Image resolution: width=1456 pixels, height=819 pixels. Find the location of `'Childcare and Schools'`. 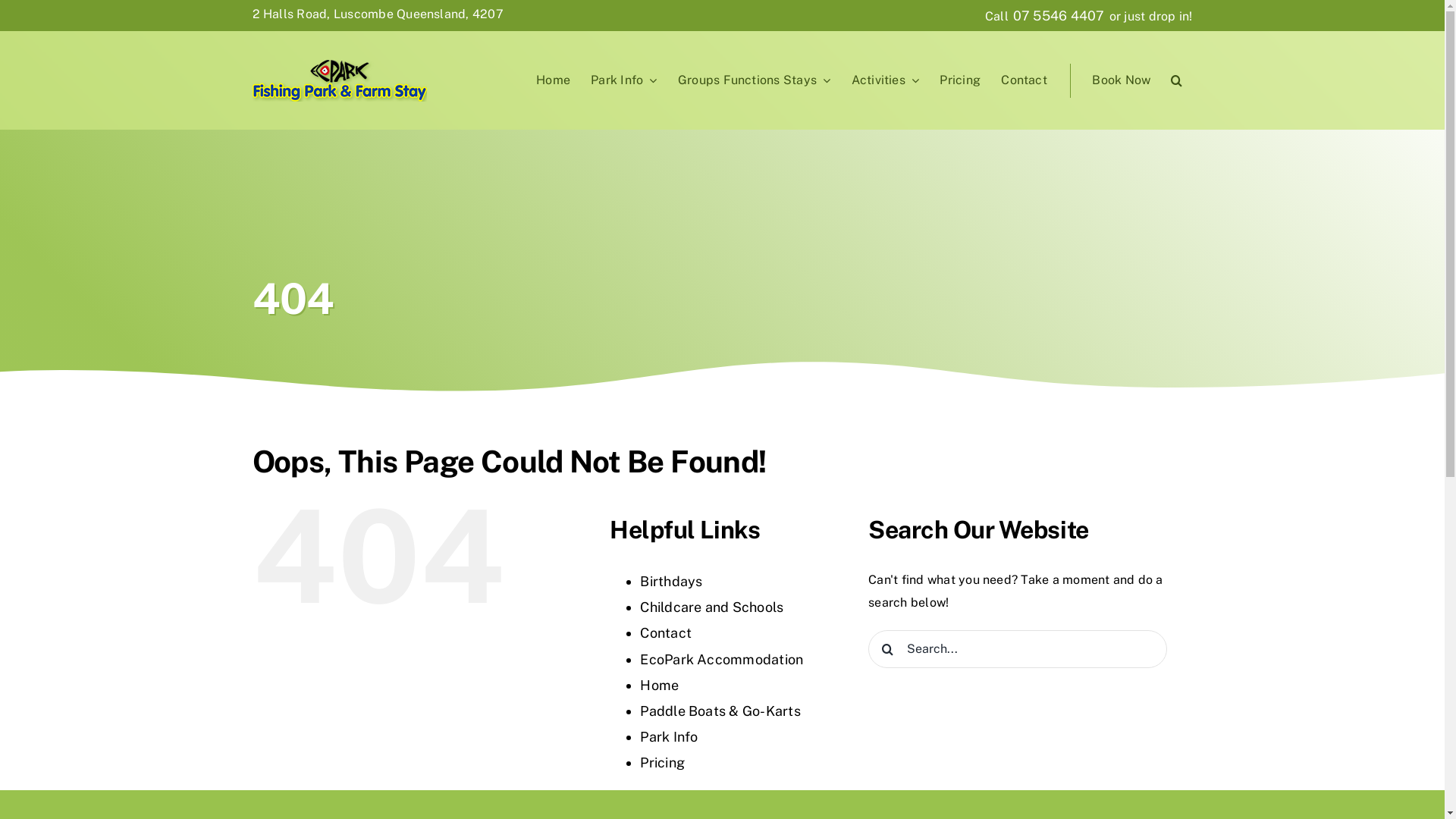

'Childcare and Schools' is located at coordinates (711, 606).